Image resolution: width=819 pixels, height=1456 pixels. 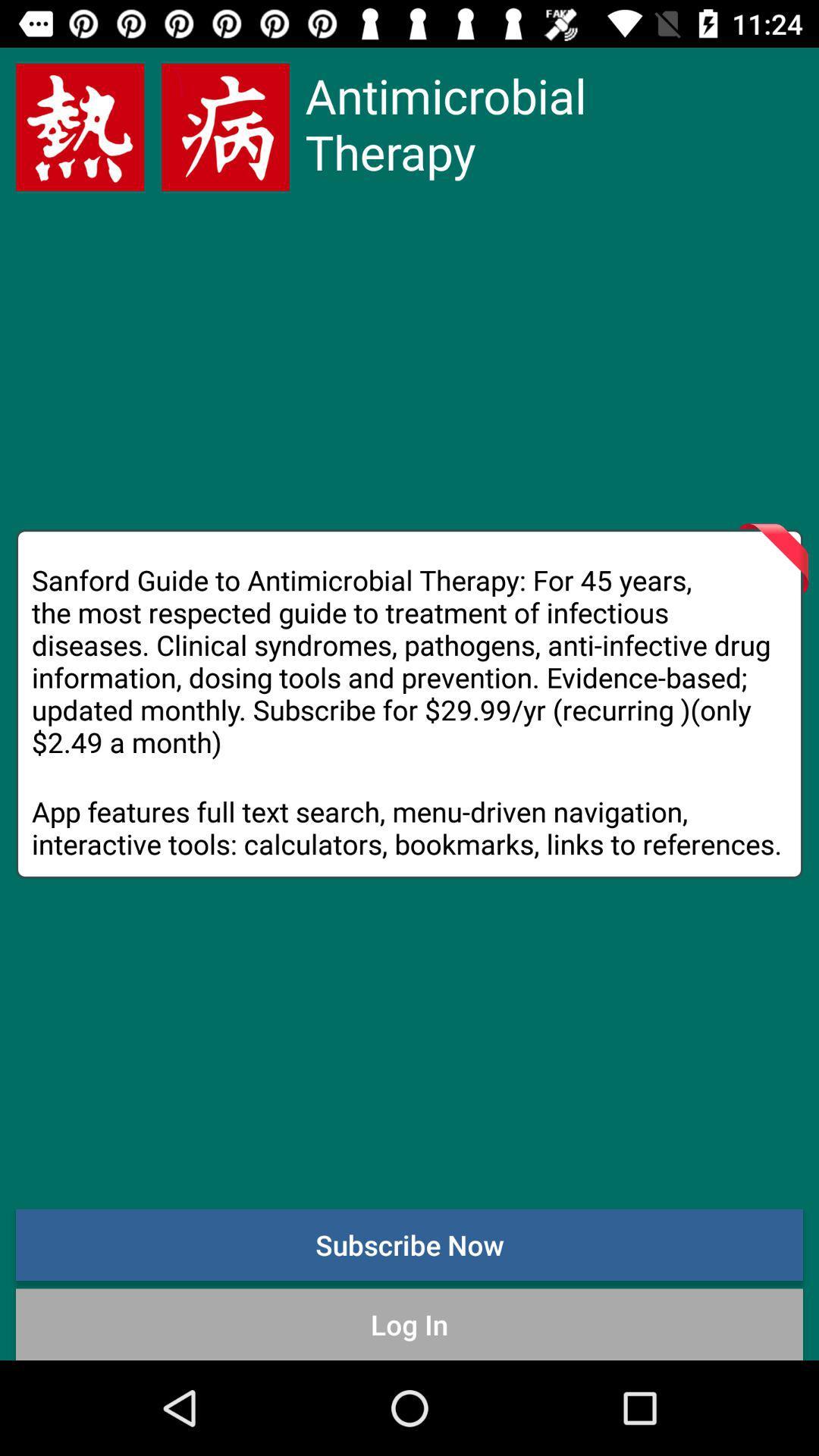 I want to click on the icon below app features full item, so click(x=409, y=1244).